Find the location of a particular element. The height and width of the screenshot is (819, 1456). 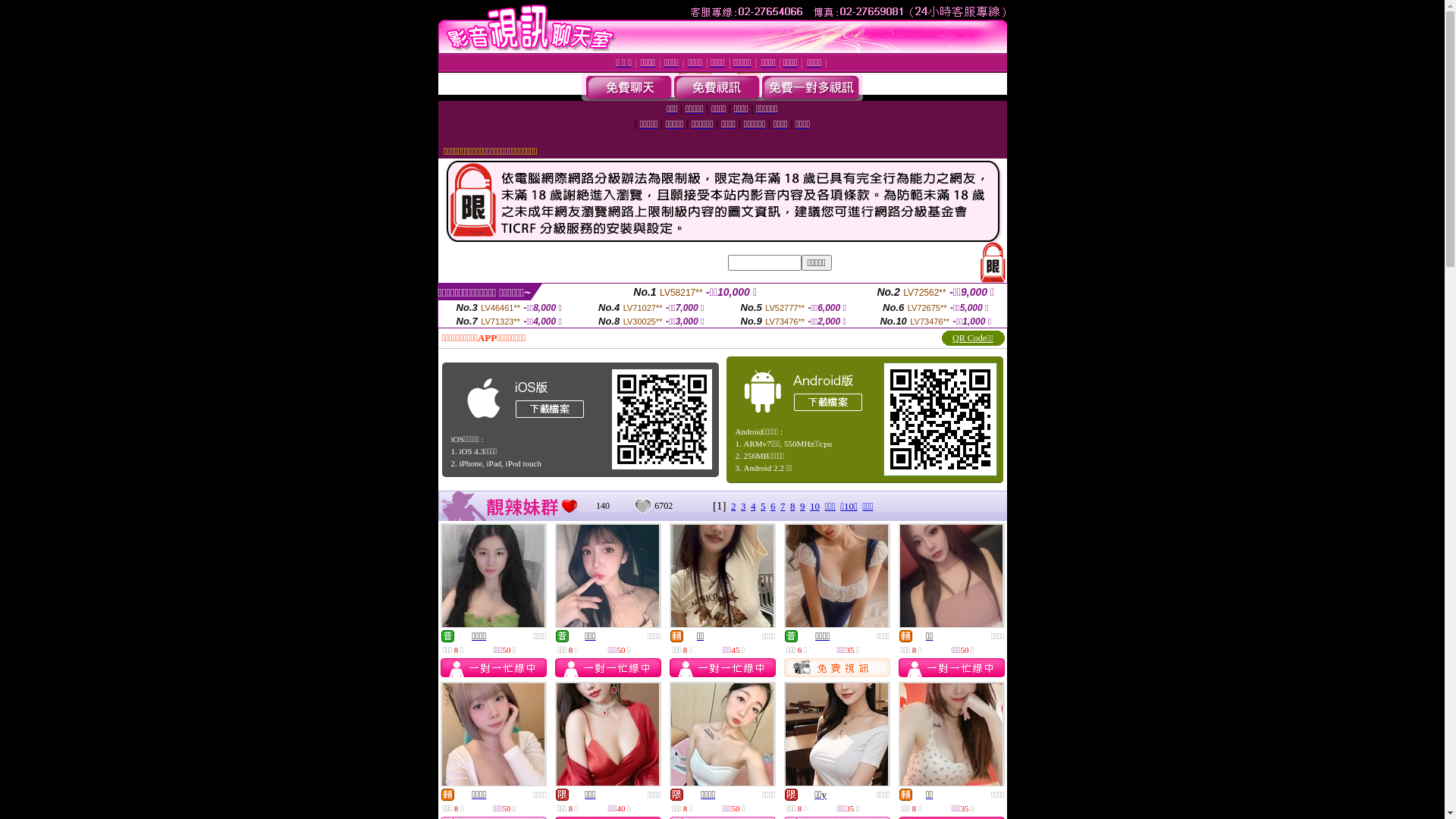

'2' is located at coordinates (733, 506).